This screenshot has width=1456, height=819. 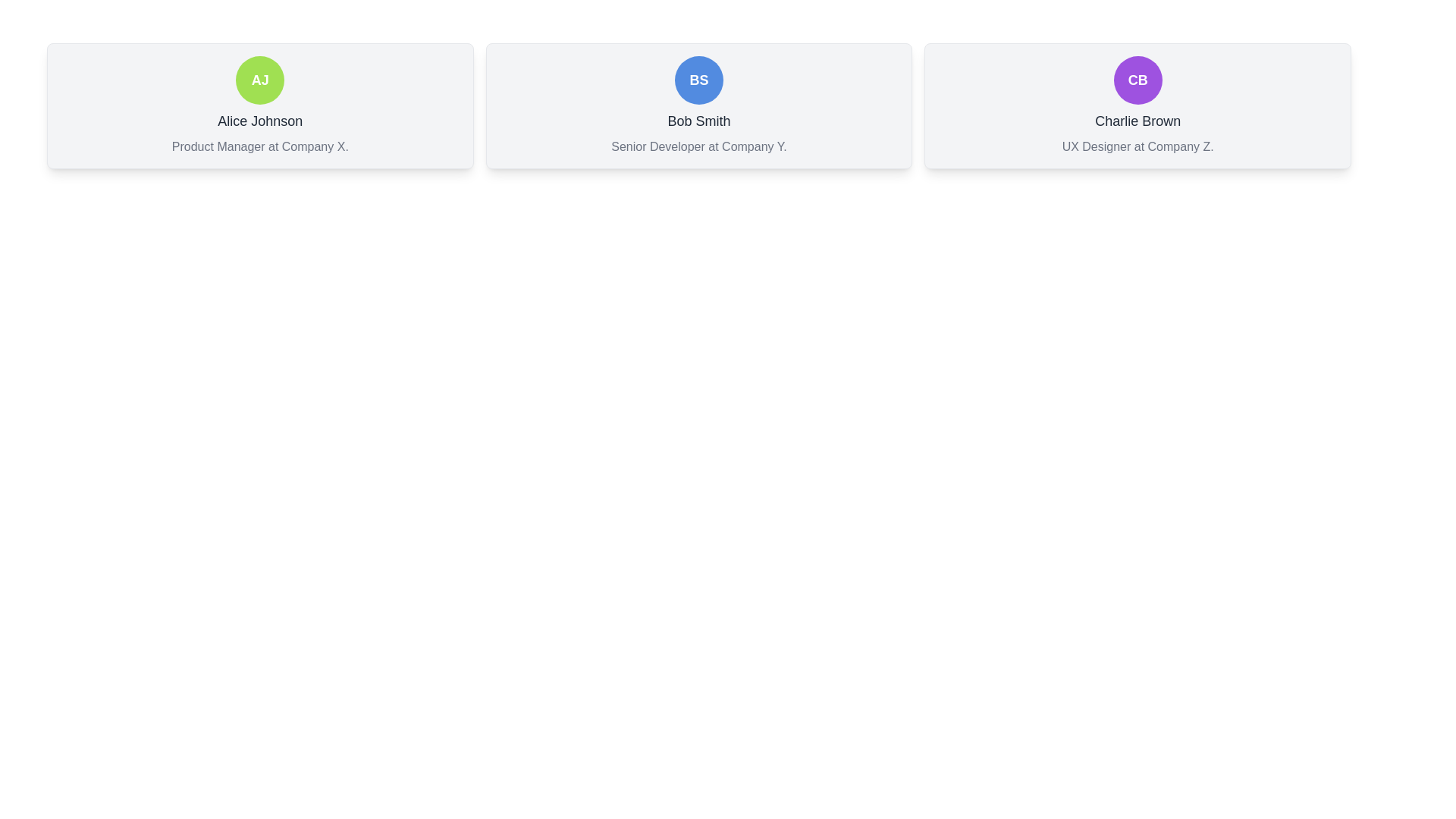 What do you see at coordinates (1137, 146) in the screenshot?
I see `the static text label that displays the job title and company affiliation 'UX Designer at Company Z.', located directly underneath 'Charlie Brown' in the rightmost item of a three-column grid` at bounding box center [1137, 146].